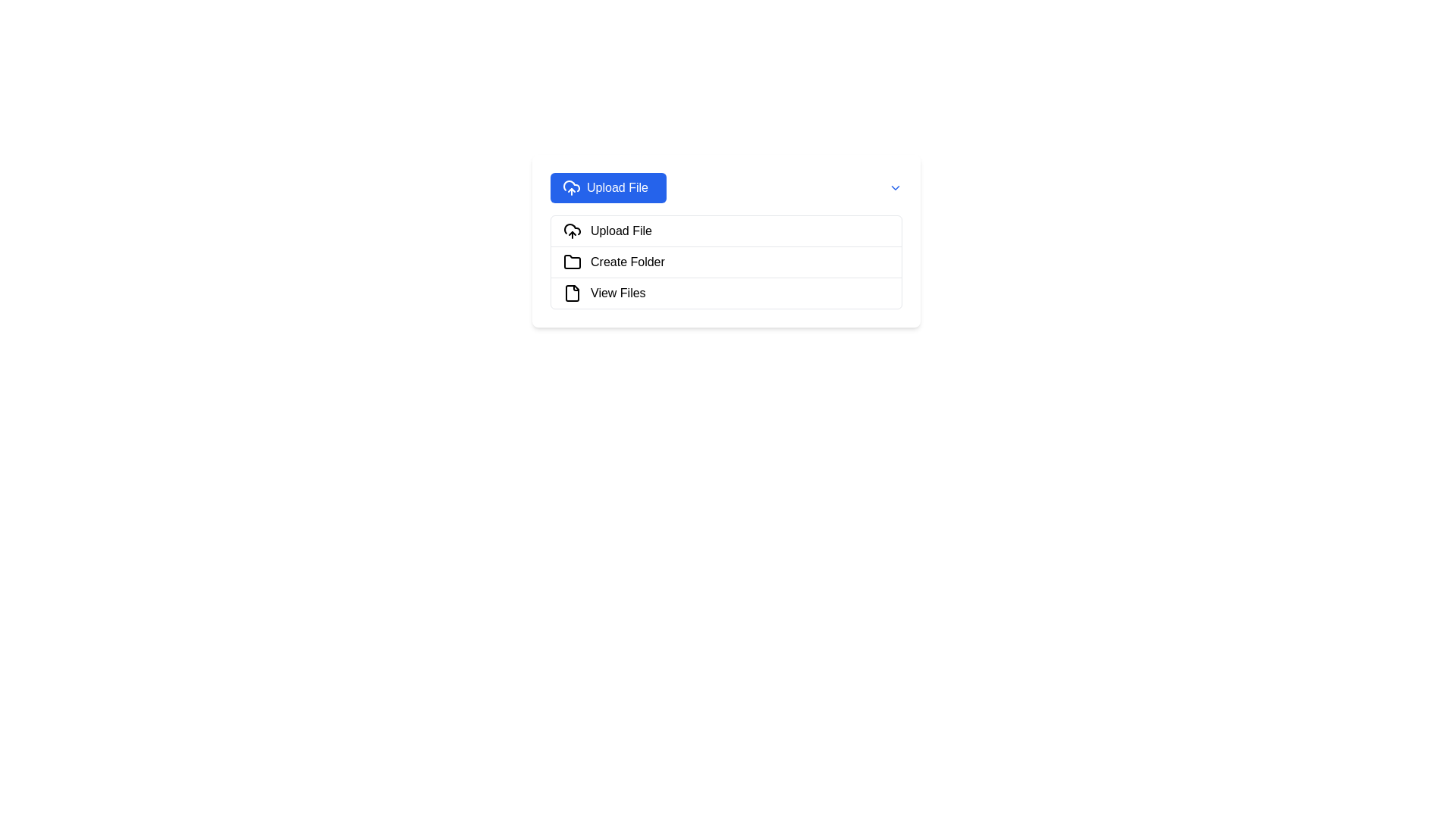 The height and width of the screenshot is (819, 1456). What do you see at coordinates (571, 231) in the screenshot?
I see `the cloud upload icon, which is a decorative SVG located to the left of the 'Upload File' text in the dropdown interface` at bounding box center [571, 231].